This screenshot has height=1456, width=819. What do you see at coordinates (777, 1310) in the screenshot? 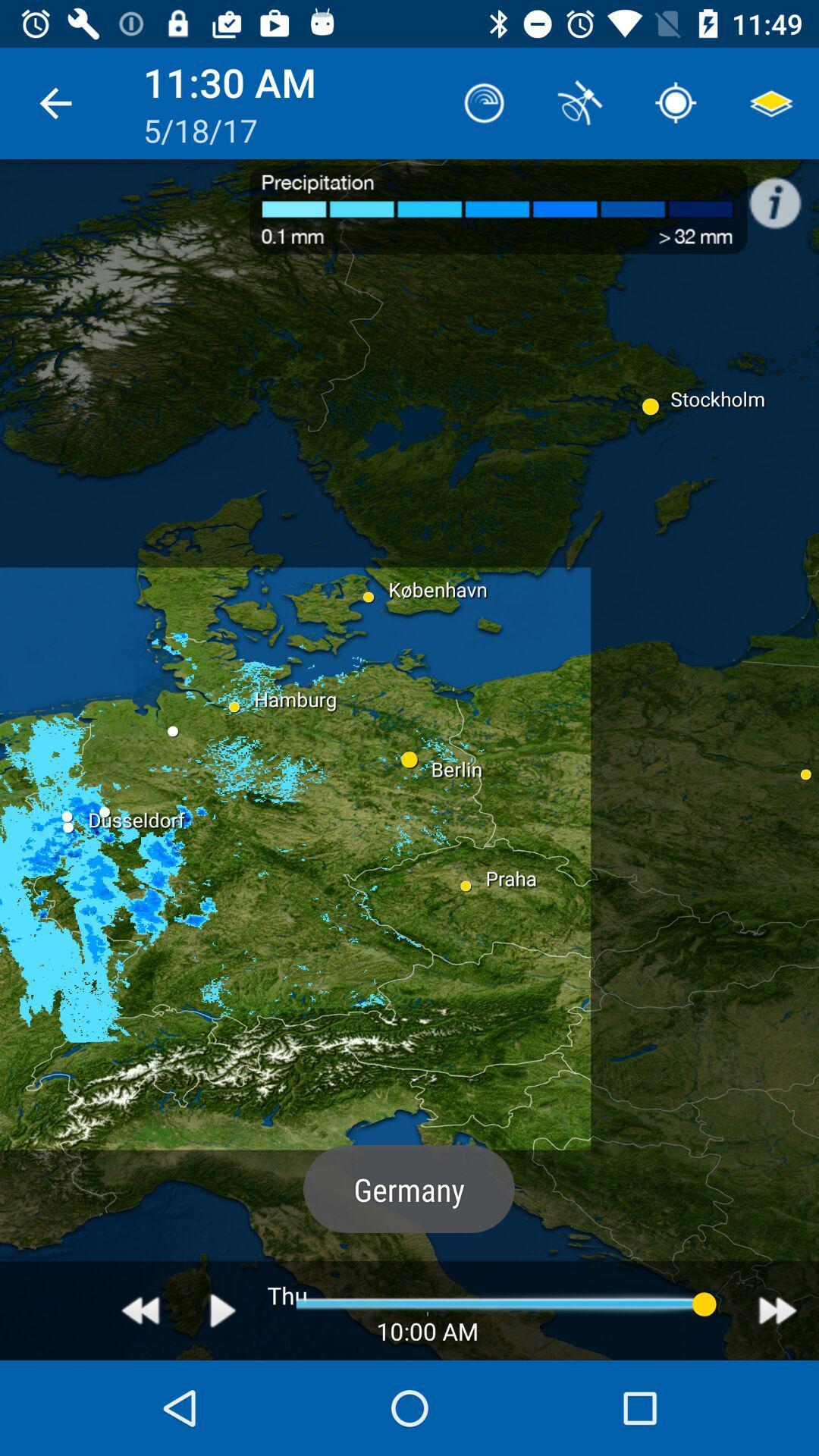
I see `the av_forward icon` at bounding box center [777, 1310].